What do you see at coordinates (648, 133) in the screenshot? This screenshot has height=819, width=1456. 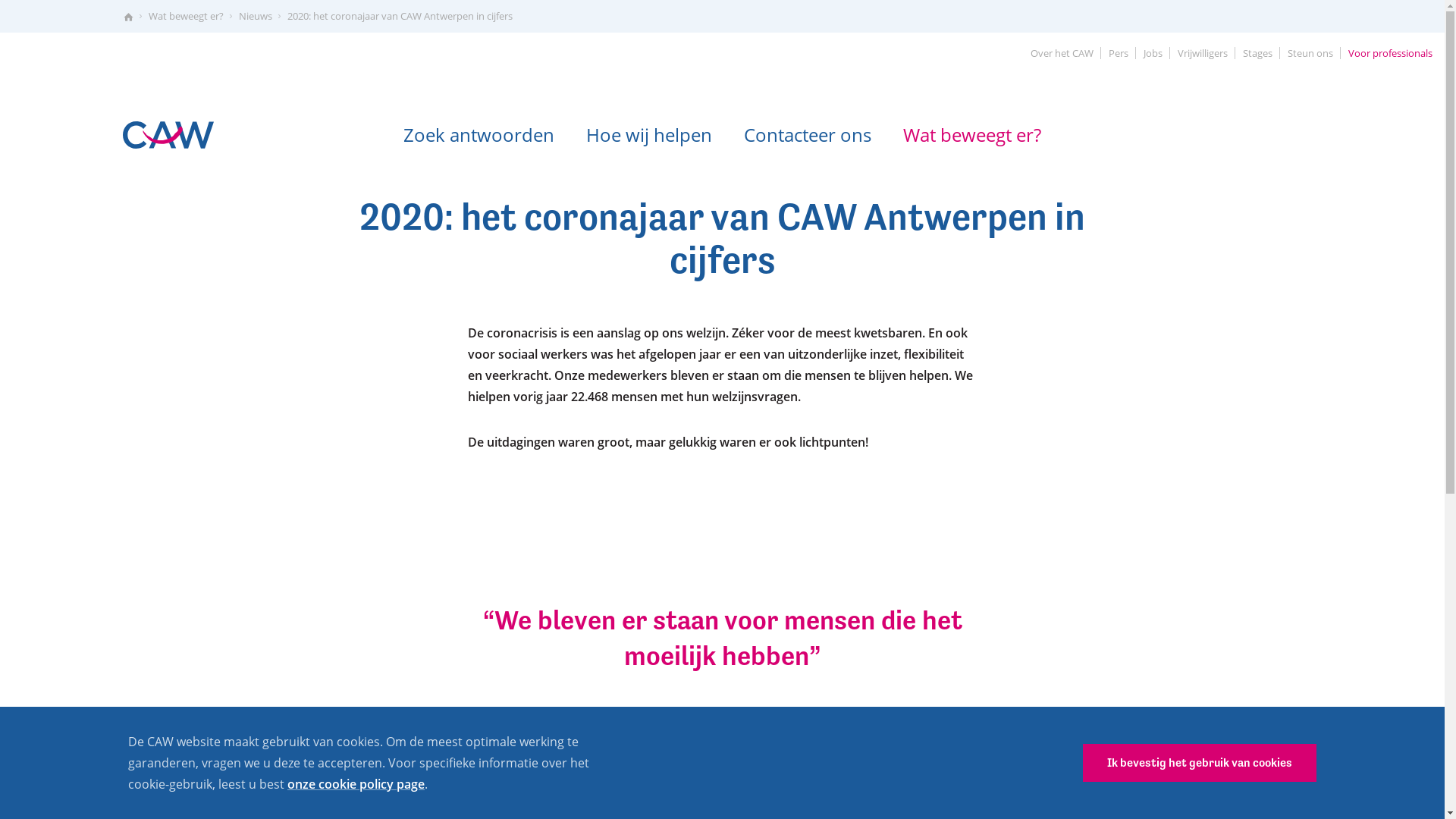 I see `'Hoe wij helpen'` at bounding box center [648, 133].